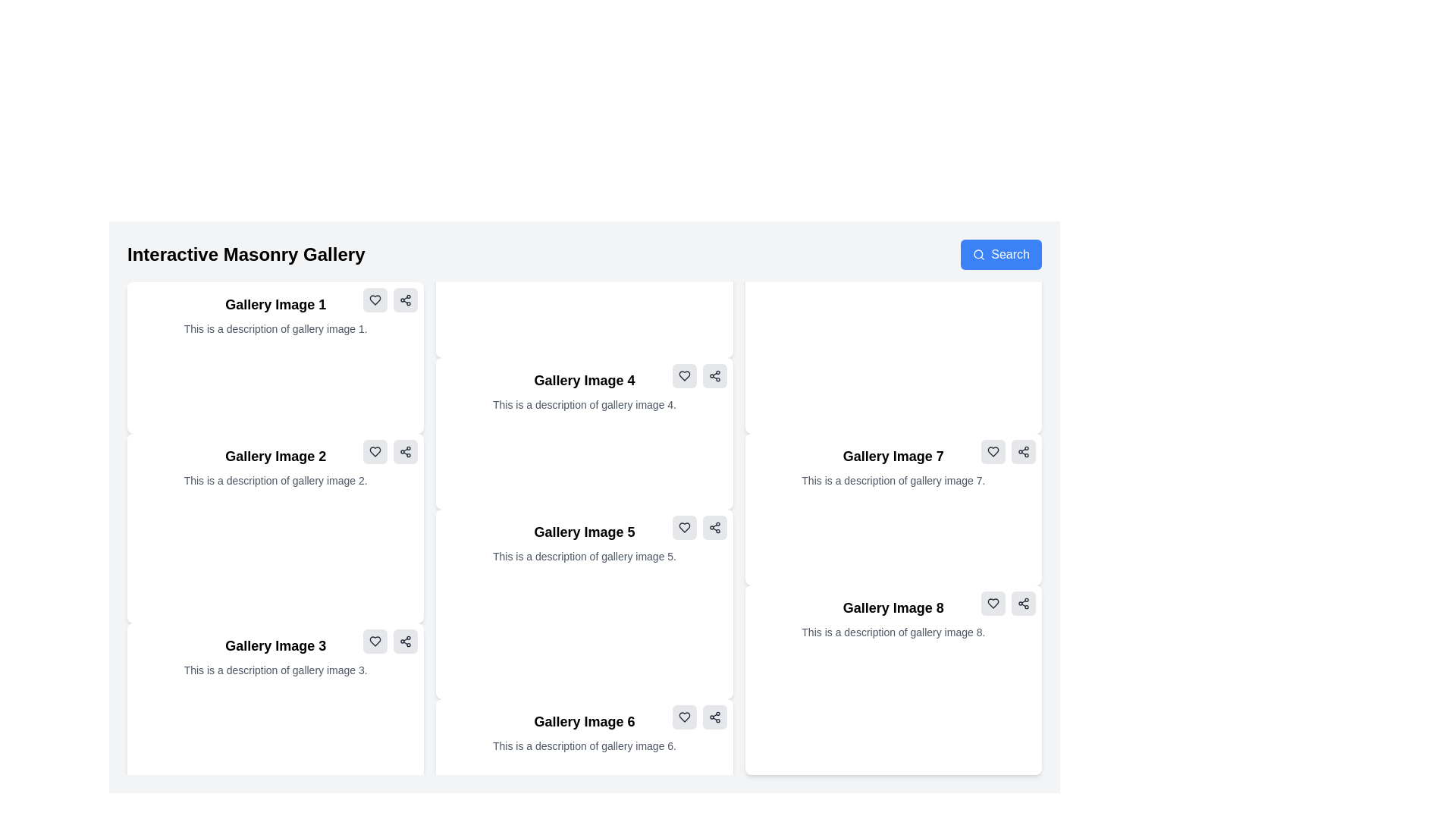 The height and width of the screenshot is (819, 1456). What do you see at coordinates (375, 641) in the screenshot?
I see `the small, rounded rectangle button with a light gray background and a heart icon in the center, located at the top-right corner of the card labeled 'Gallery Image 3' to like or favorite` at bounding box center [375, 641].